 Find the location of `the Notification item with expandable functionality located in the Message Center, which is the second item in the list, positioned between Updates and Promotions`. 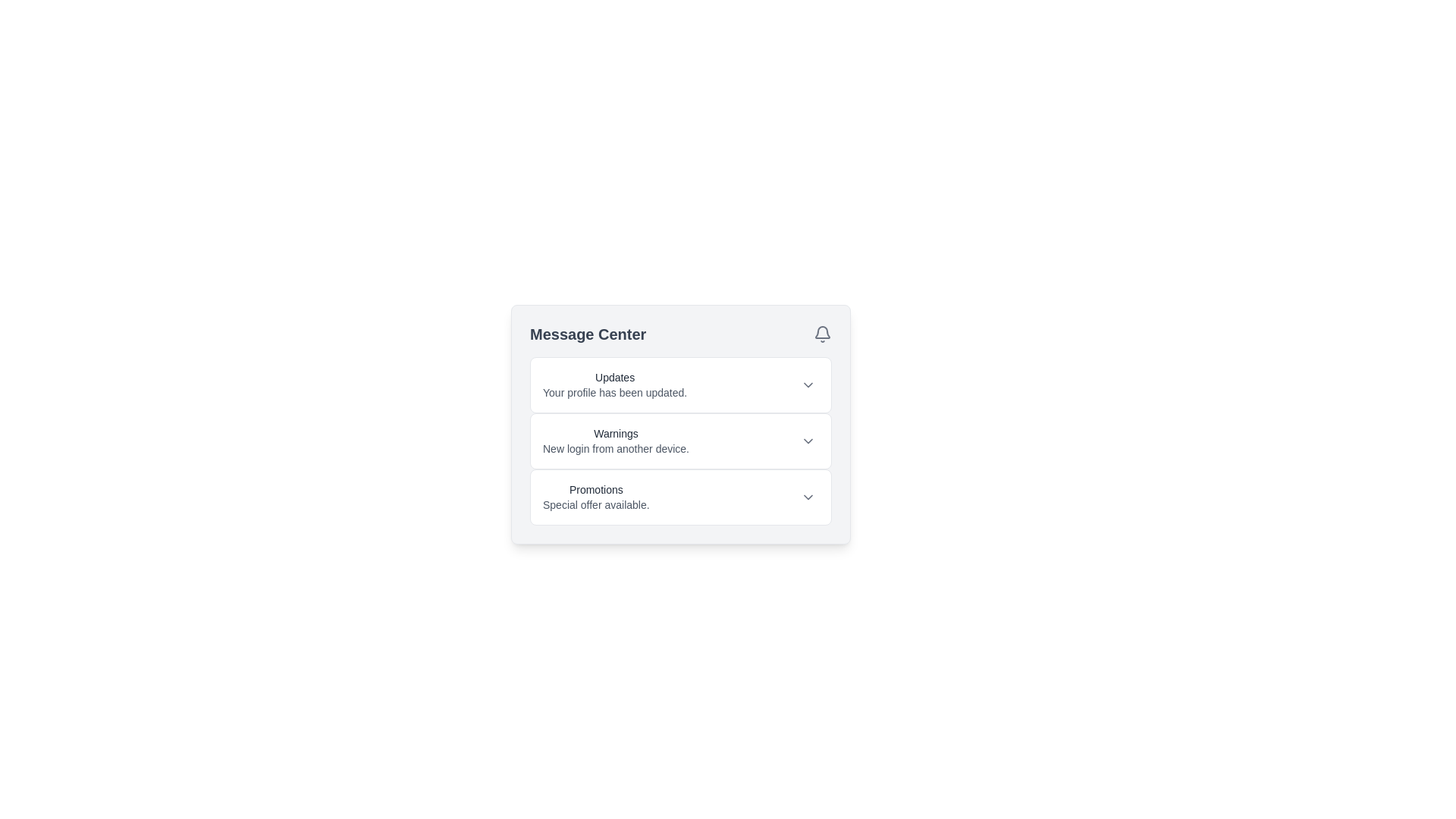

the Notification item with expandable functionality located in the Message Center, which is the second item in the list, positioned between Updates and Promotions is located at coordinates (679, 441).